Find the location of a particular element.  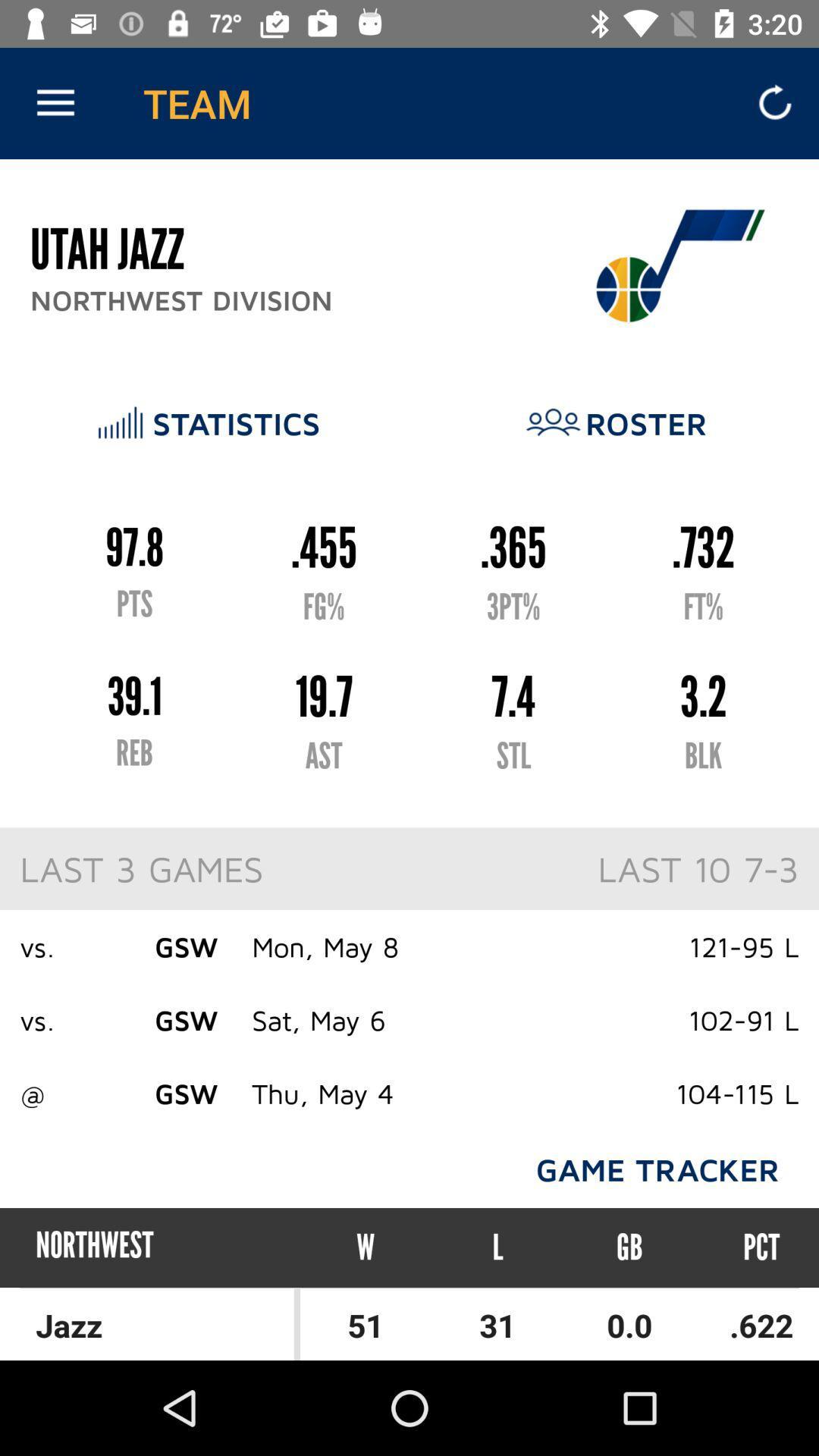

item to the left of team icon is located at coordinates (55, 102).